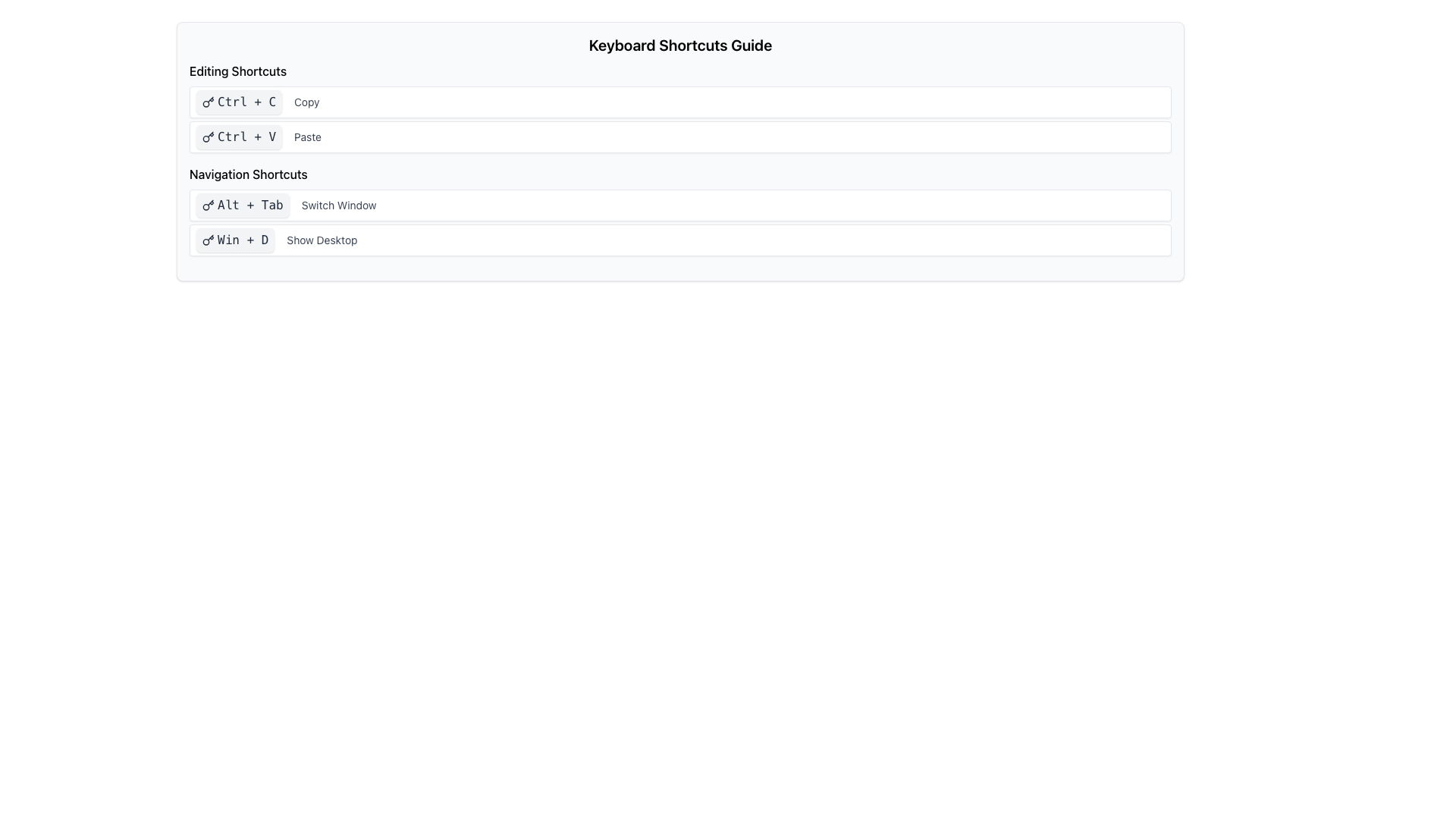  I want to click on the informational item displaying the shortcut 'Win + D' with the description 'Show Desktop', located in the 'Navigation Shortcuts' section beneath 'Alt + Tab – Switch Window', so click(679, 239).